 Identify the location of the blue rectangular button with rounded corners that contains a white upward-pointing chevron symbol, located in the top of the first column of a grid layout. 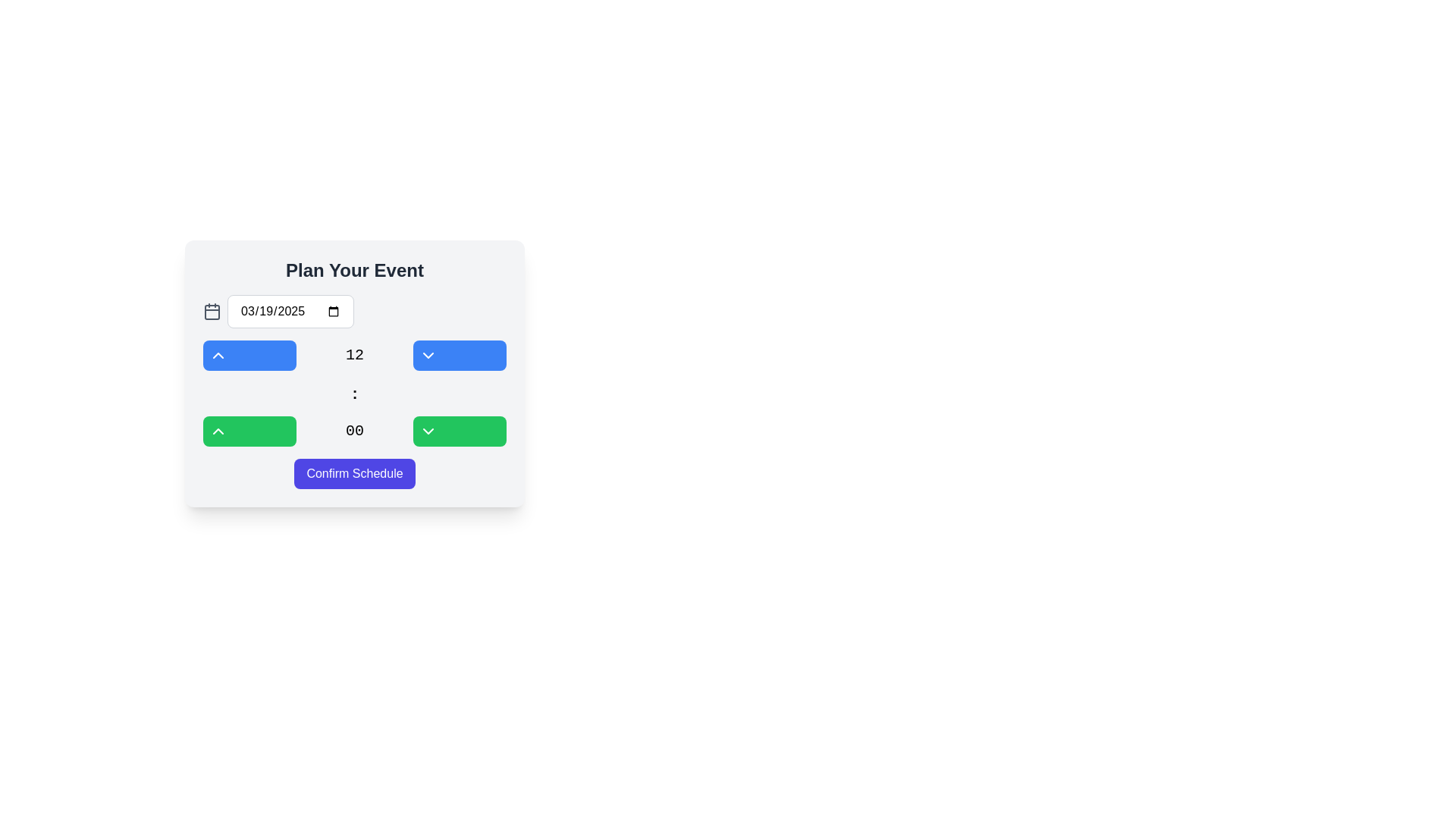
(249, 356).